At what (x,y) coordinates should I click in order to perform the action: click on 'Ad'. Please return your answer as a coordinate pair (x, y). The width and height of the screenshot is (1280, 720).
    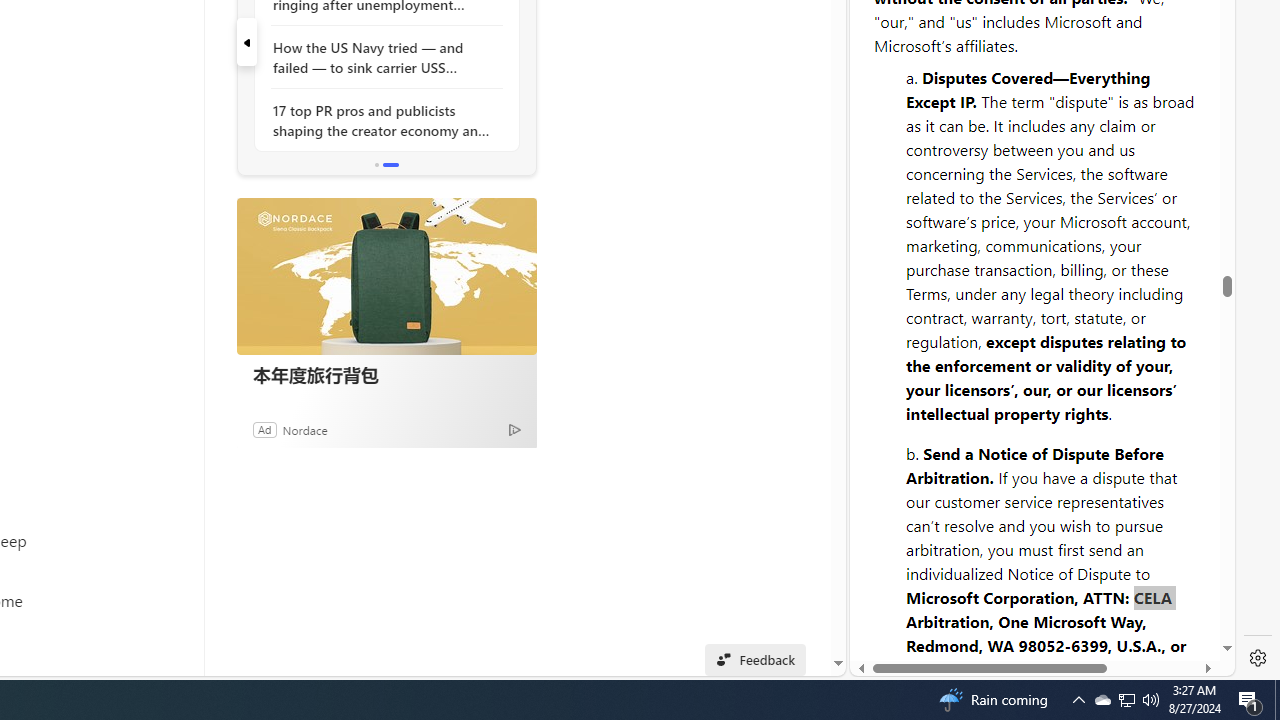
    Looking at the image, I should click on (263, 428).